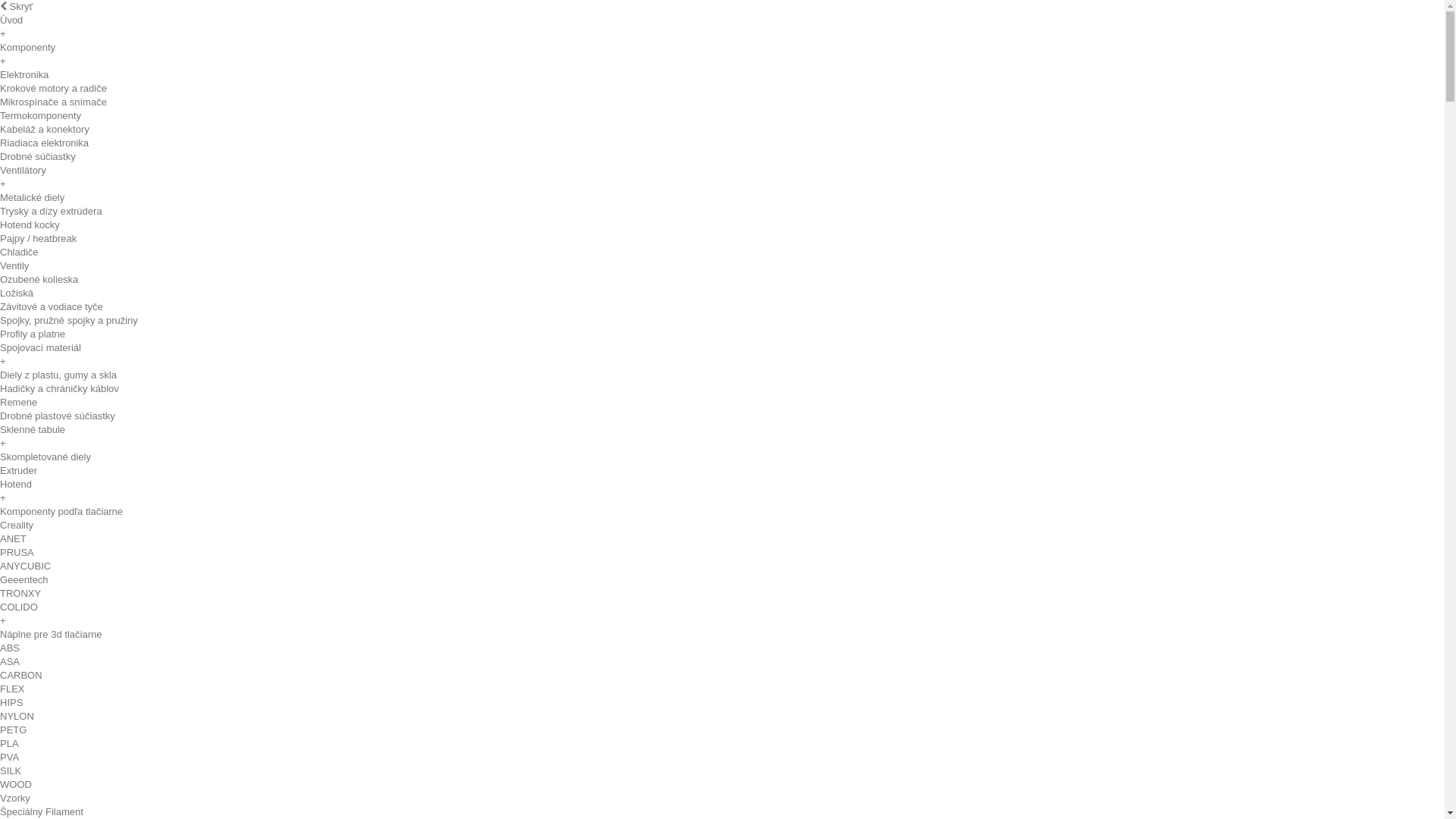  What do you see at coordinates (0, 770) in the screenshot?
I see `'SILK'` at bounding box center [0, 770].